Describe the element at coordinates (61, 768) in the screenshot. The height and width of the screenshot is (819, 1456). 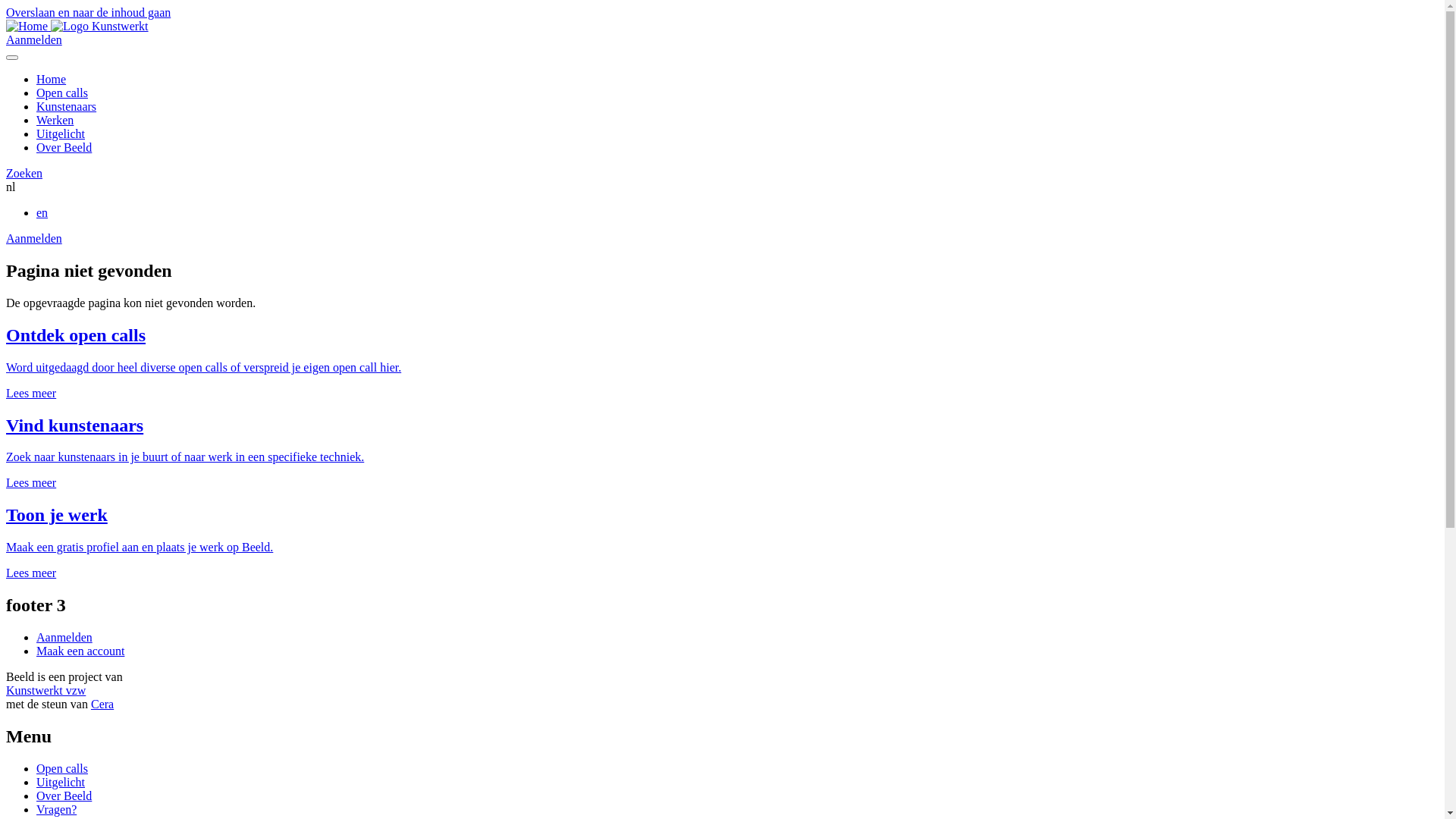
I see `'Open calls'` at that location.